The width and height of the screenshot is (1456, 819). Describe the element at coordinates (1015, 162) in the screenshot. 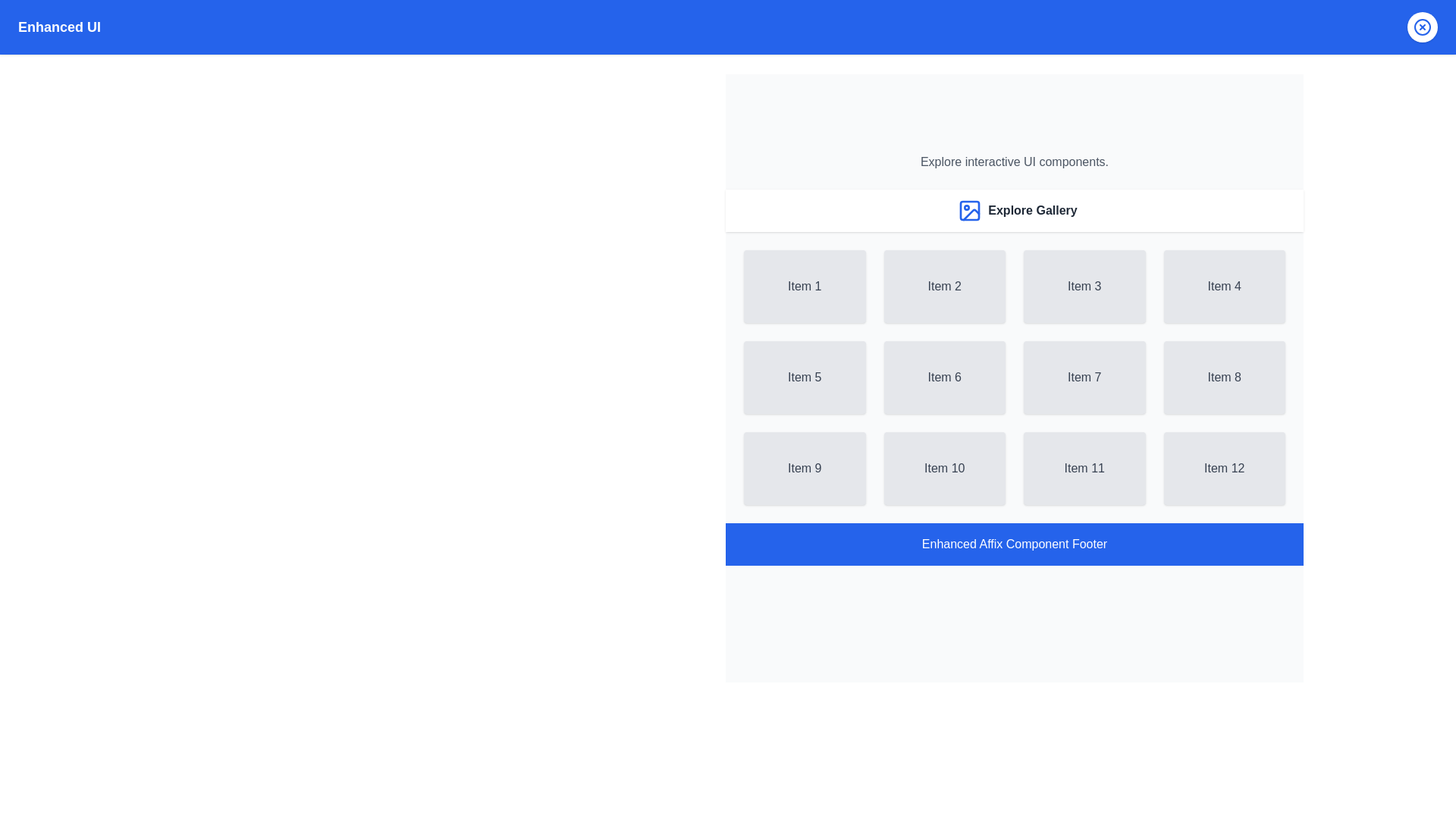

I see `the Text Label that serves as the introductory title for the section, which is centrally aligned above the 'Explore Gallery' section` at that location.